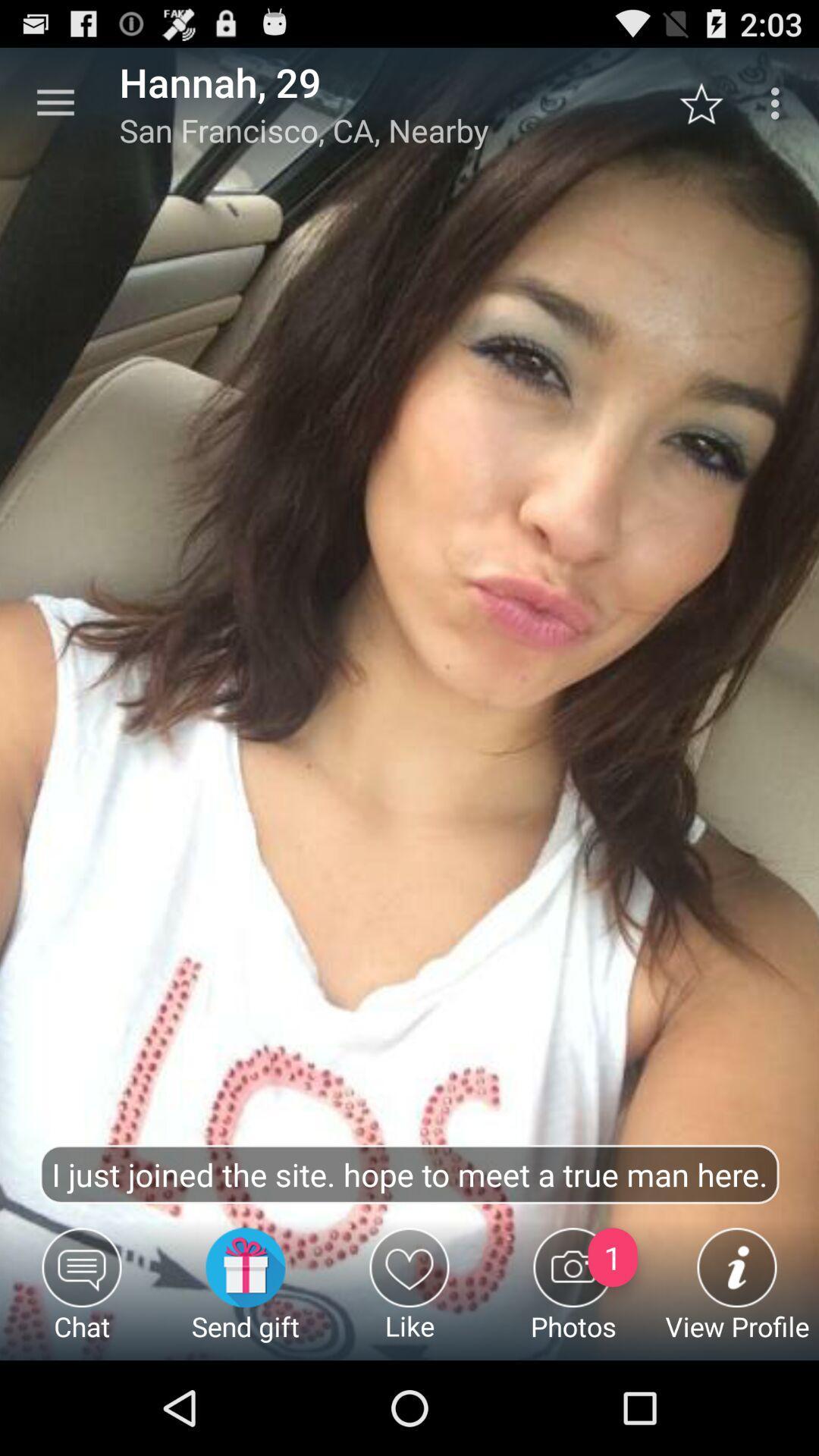 The width and height of the screenshot is (819, 1456). What do you see at coordinates (736, 1293) in the screenshot?
I see `icon to the right of photos icon` at bounding box center [736, 1293].